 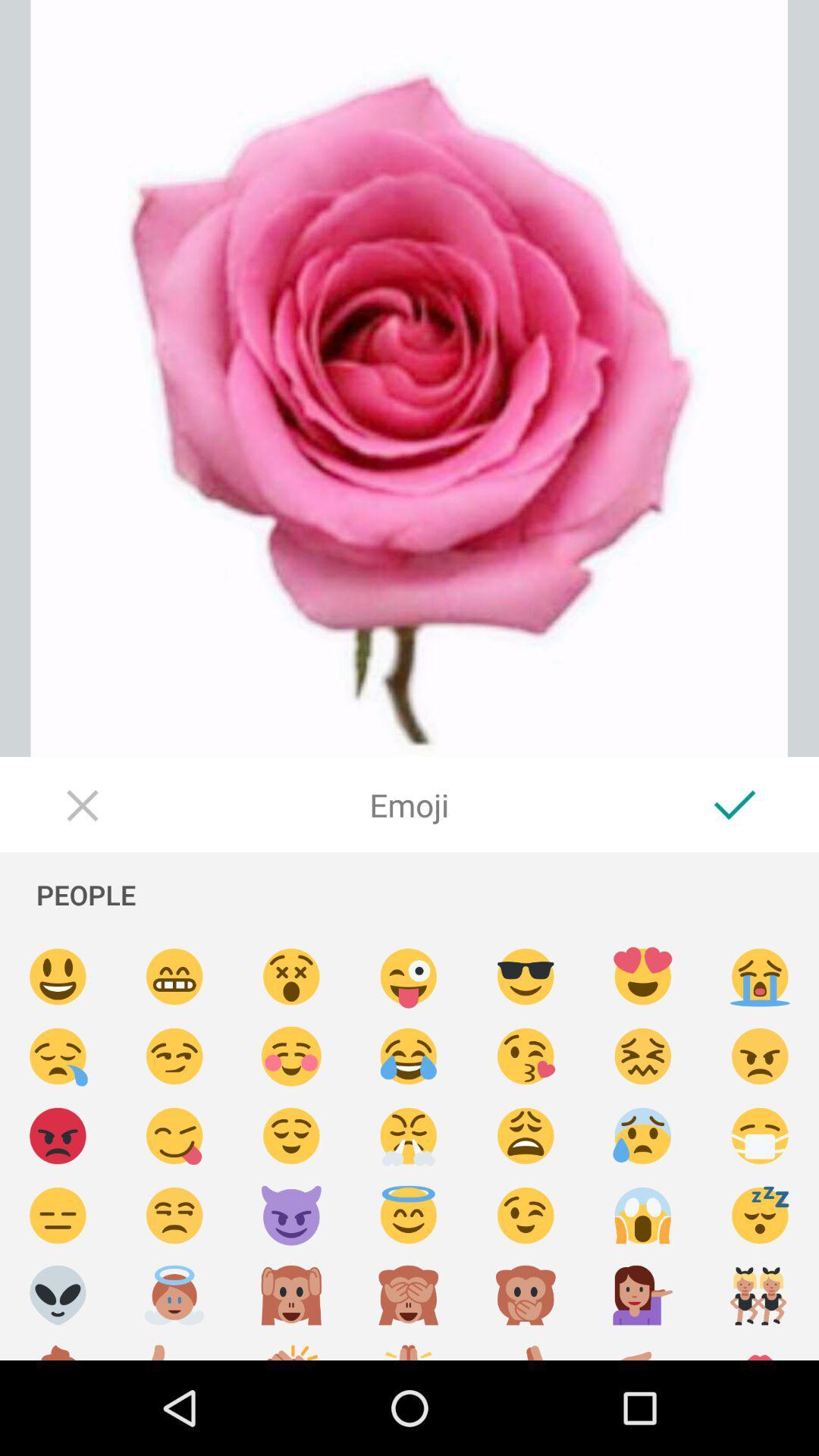 What do you see at coordinates (643, 1136) in the screenshot?
I see `emoji` at bounding box center [643, 1136].